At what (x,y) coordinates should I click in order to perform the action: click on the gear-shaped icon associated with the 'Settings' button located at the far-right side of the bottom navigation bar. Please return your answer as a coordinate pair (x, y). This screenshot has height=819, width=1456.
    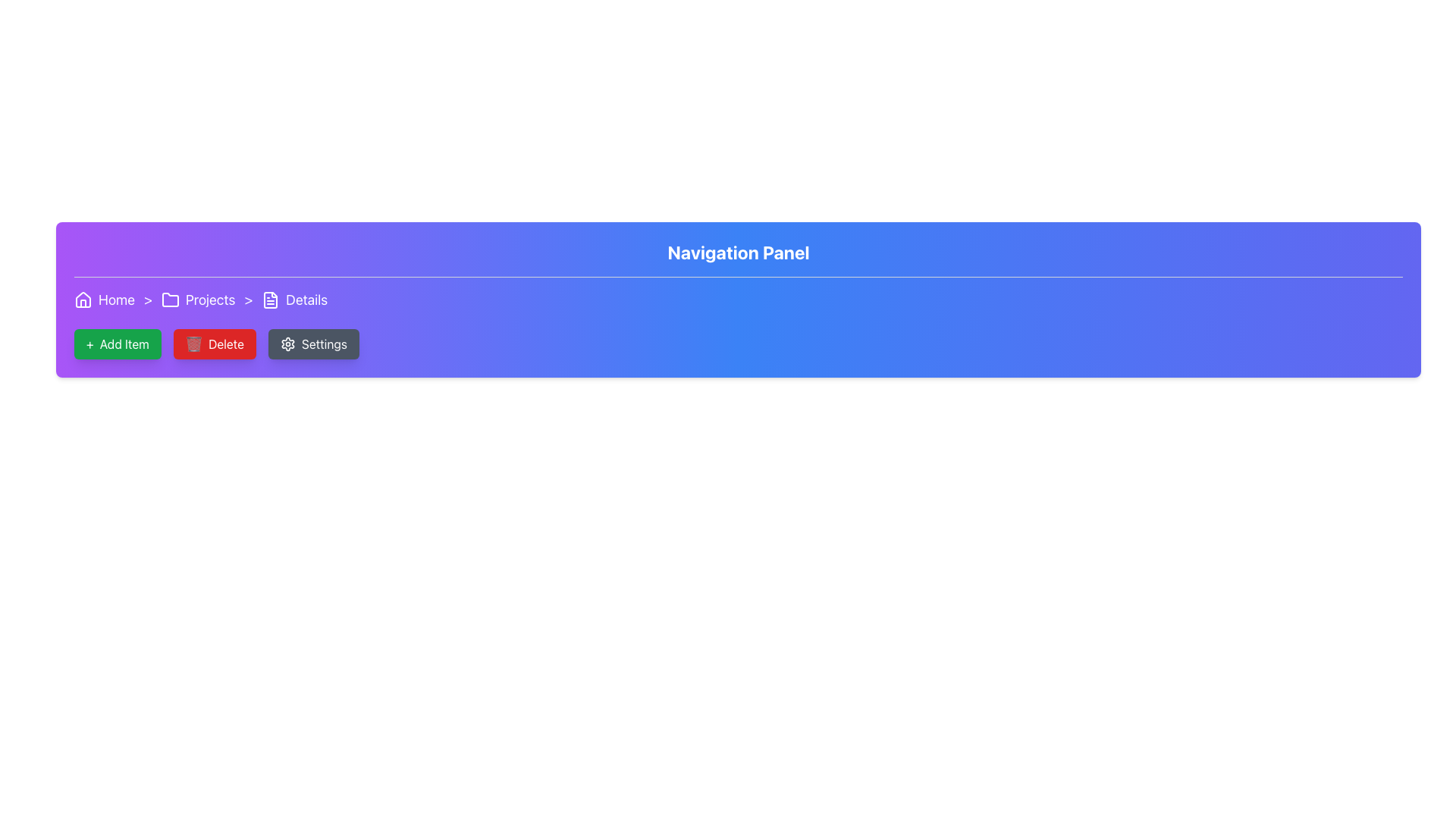
    Looking at the image, I should click on (287, 344).